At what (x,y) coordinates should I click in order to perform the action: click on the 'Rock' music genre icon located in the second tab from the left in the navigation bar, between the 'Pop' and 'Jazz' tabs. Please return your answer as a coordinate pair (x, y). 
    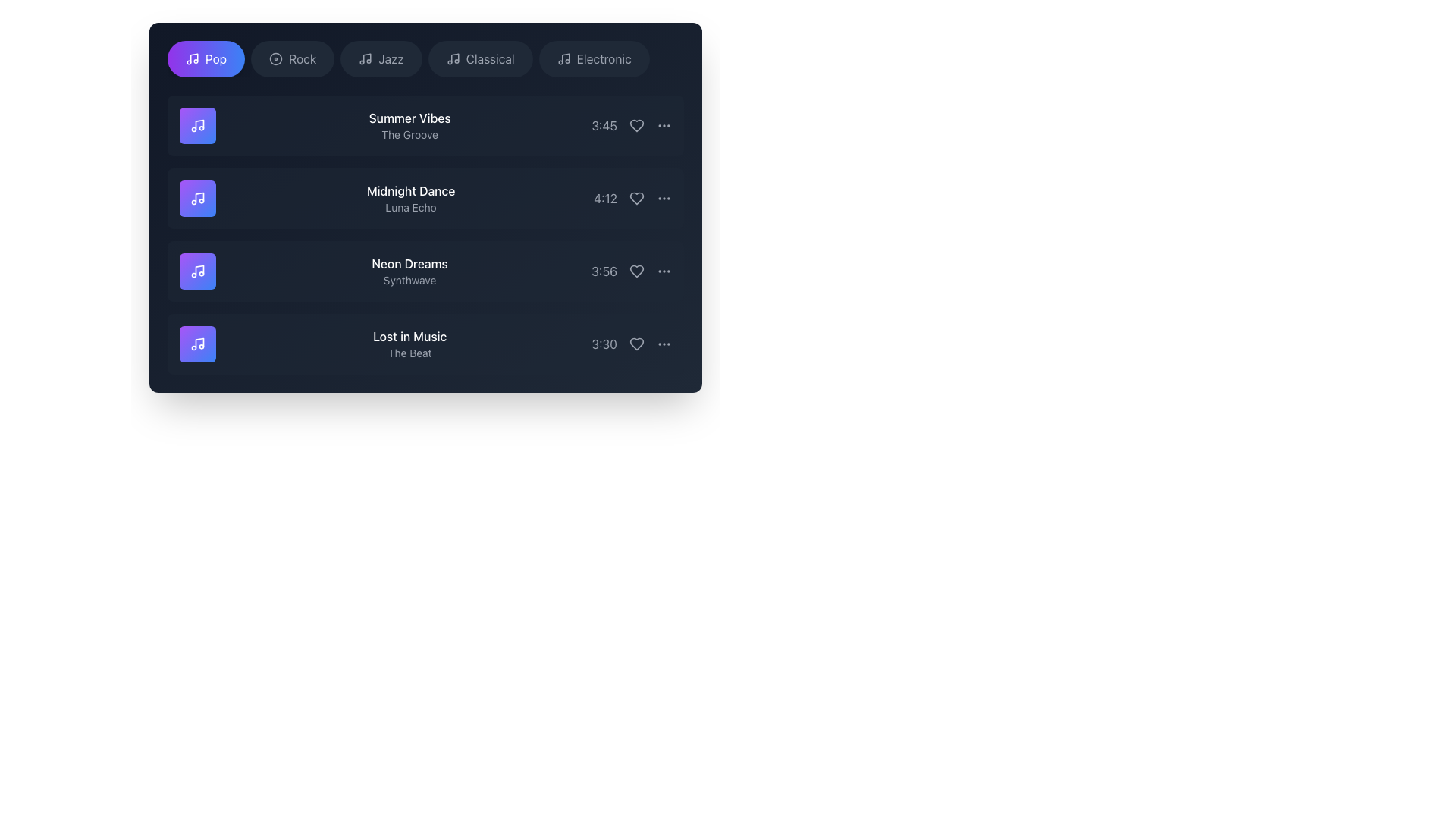
    Looking at the image, I should click on (276, 58).